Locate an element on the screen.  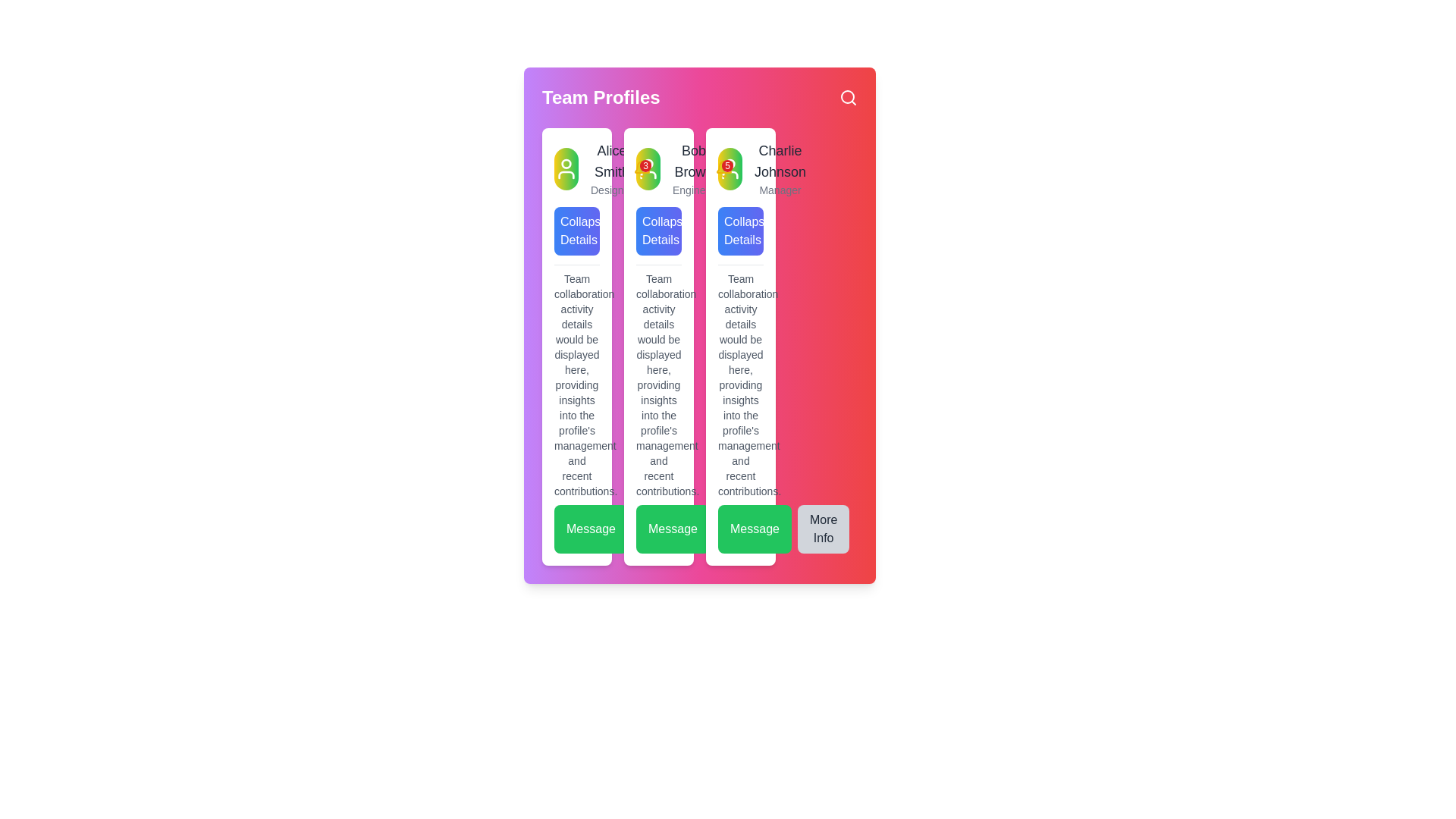
the button labeled 'Collapse Details' with a gradient background transitioning from medium blue to indigo, located below the header 'Bob Brown' to activate its hover effects is located at coordinates (658, 231).